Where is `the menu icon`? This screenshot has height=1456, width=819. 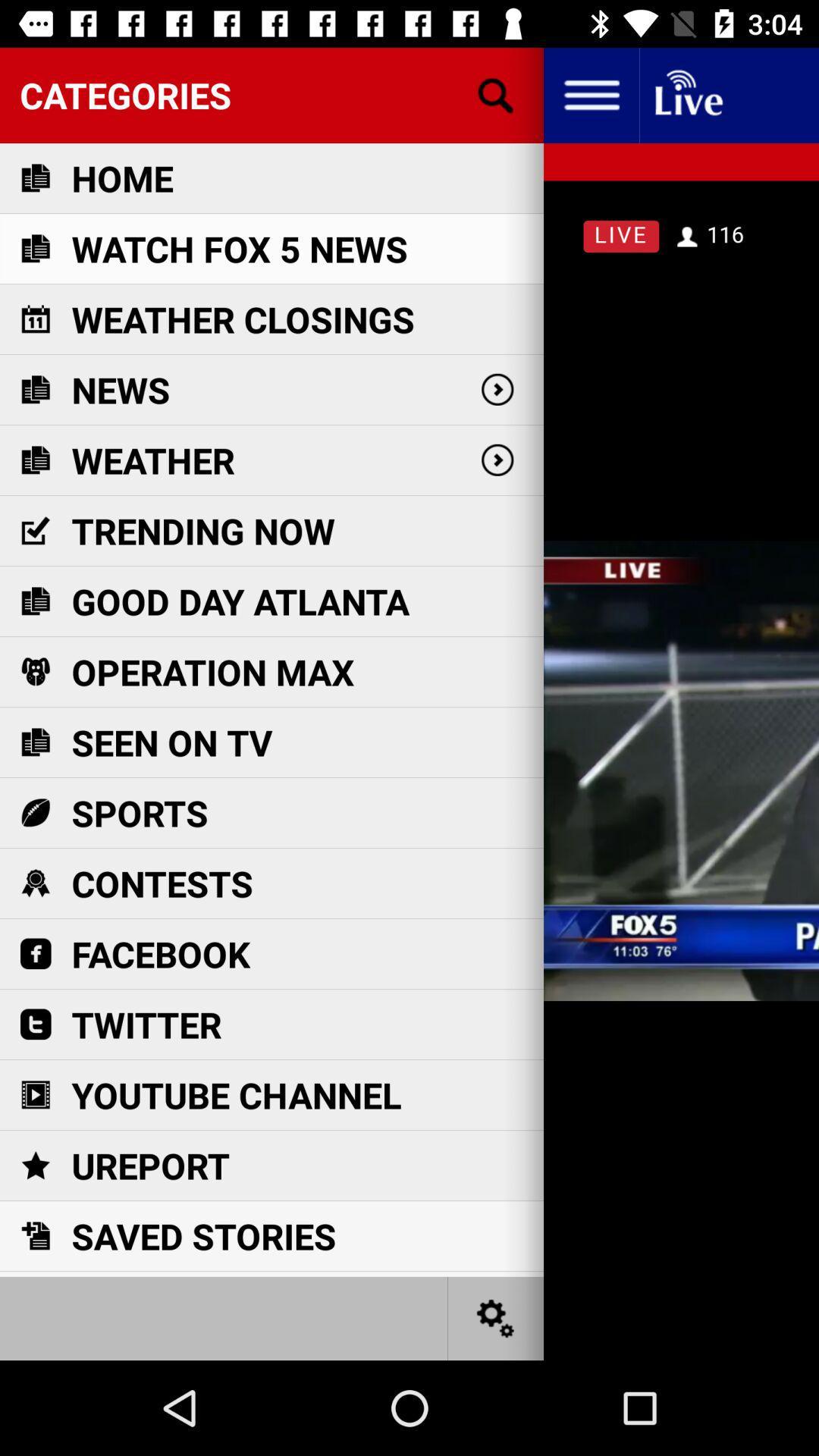 the menu icon is located at coordinates (590, 94).